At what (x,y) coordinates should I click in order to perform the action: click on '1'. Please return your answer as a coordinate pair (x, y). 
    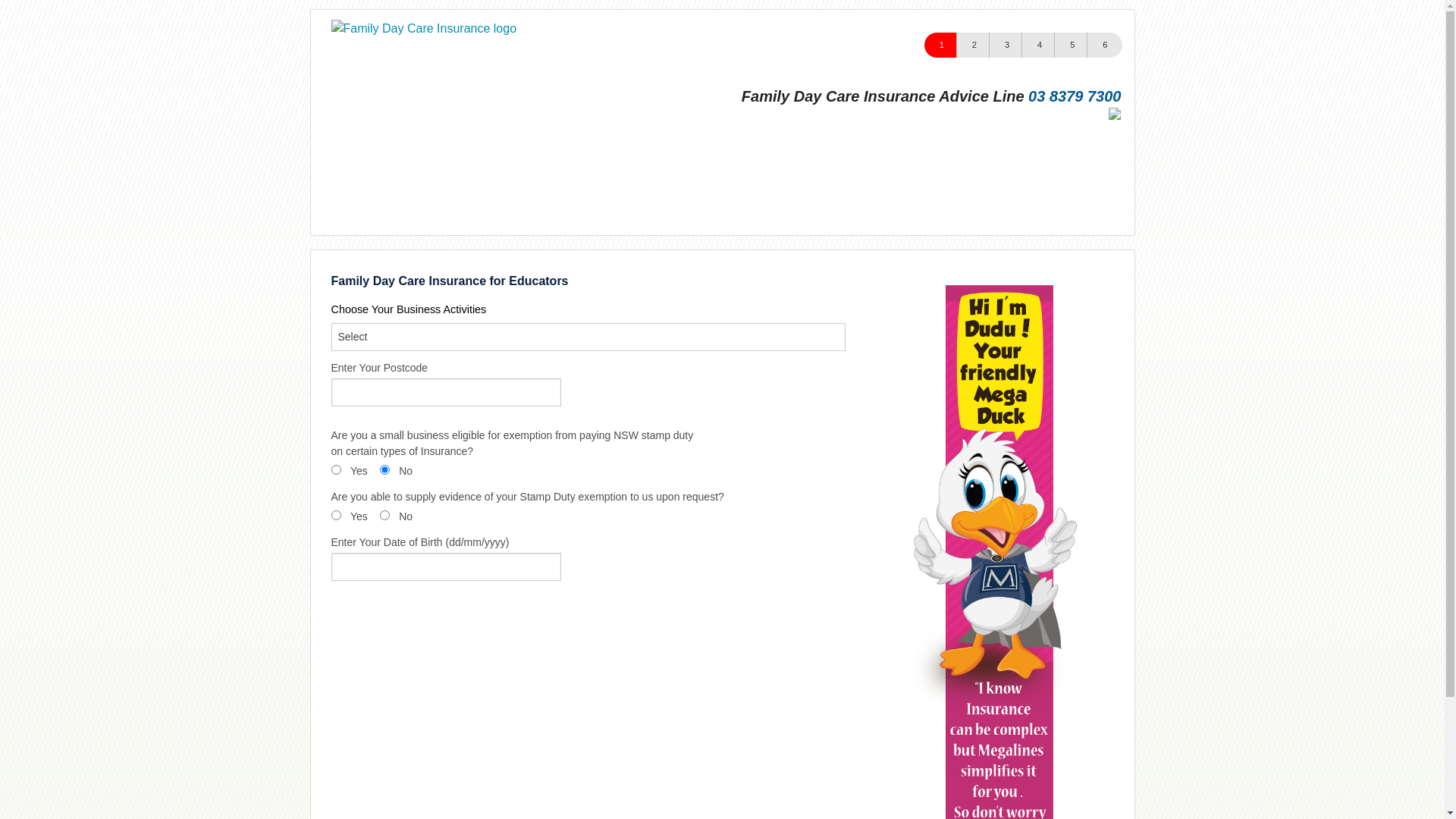
    Looking at the image, I should click on (941, 44).